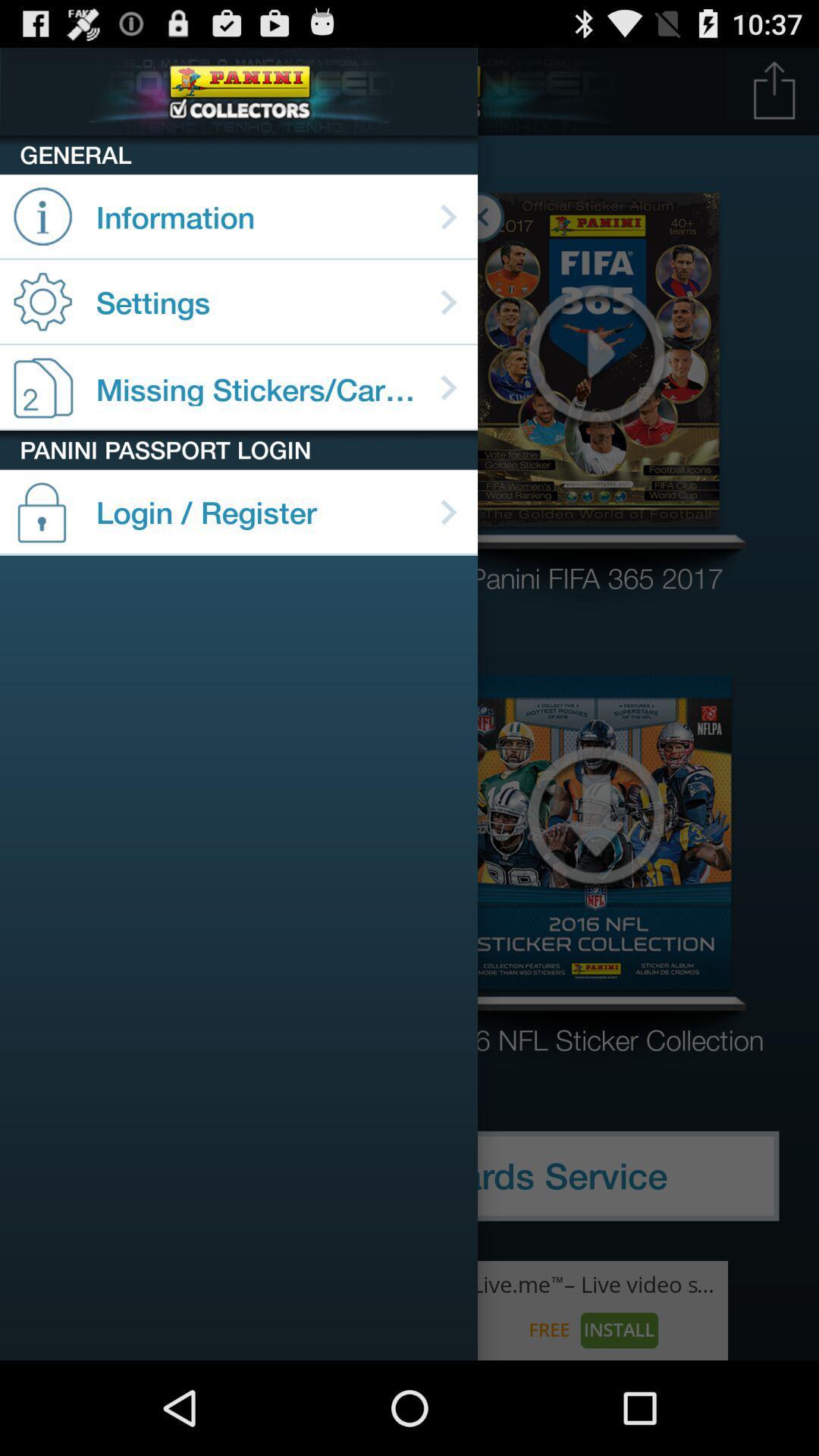 Image resolution: width=819 pixels, height=1456 pixels. I want to click on the launch icon, so click(774, 96).